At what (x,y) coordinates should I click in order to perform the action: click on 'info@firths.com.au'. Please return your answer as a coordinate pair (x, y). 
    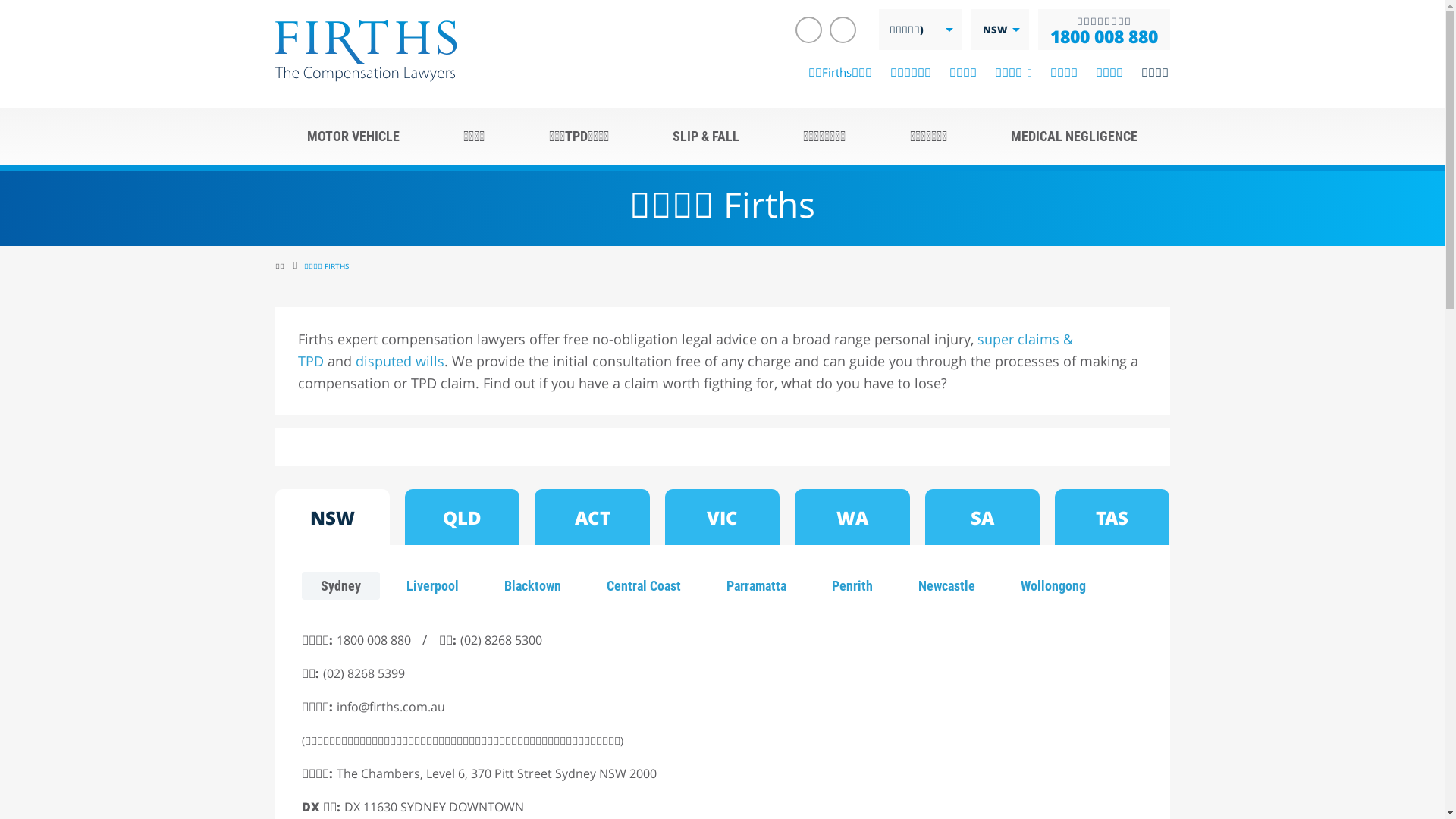
    Looking at the image, I should click on (391, 707).